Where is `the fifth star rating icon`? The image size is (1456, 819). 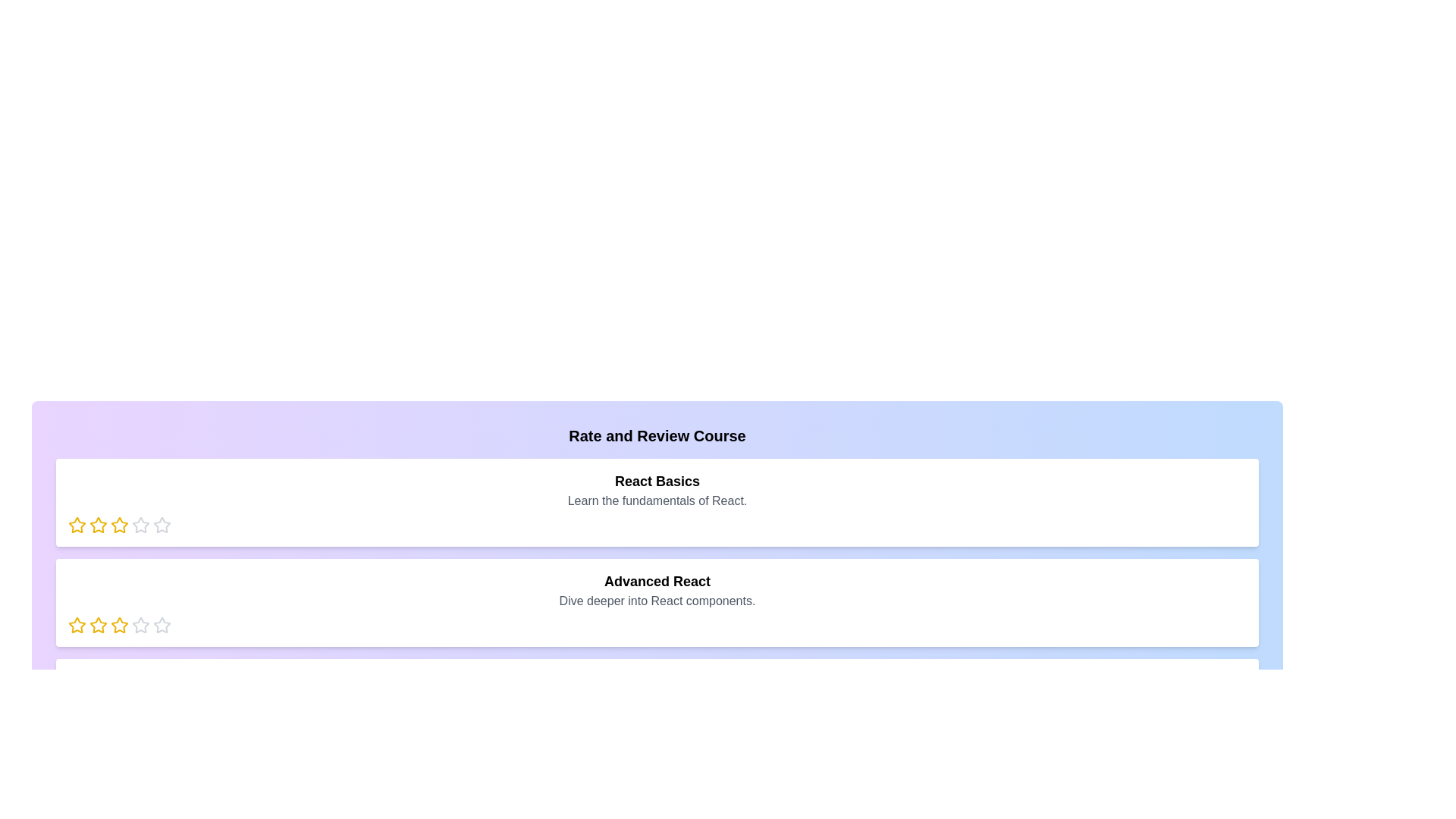
the fifth star rating icon is located at coordinates (141, 525).